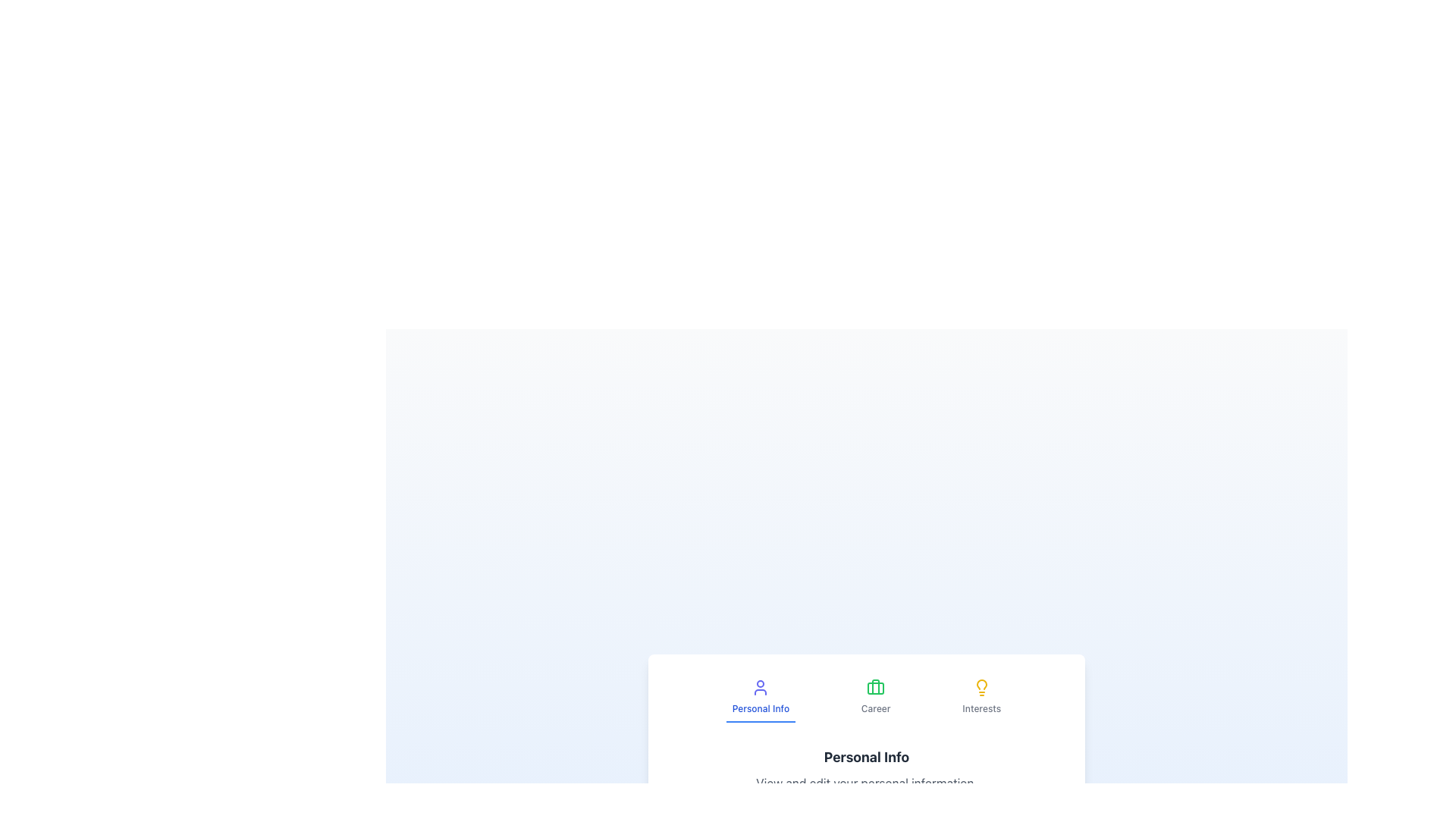  I want to click on the 'Interests' text label located beneath the lightbulb icon in the third position among three similar groups in the top center panel, so click(981, 708).